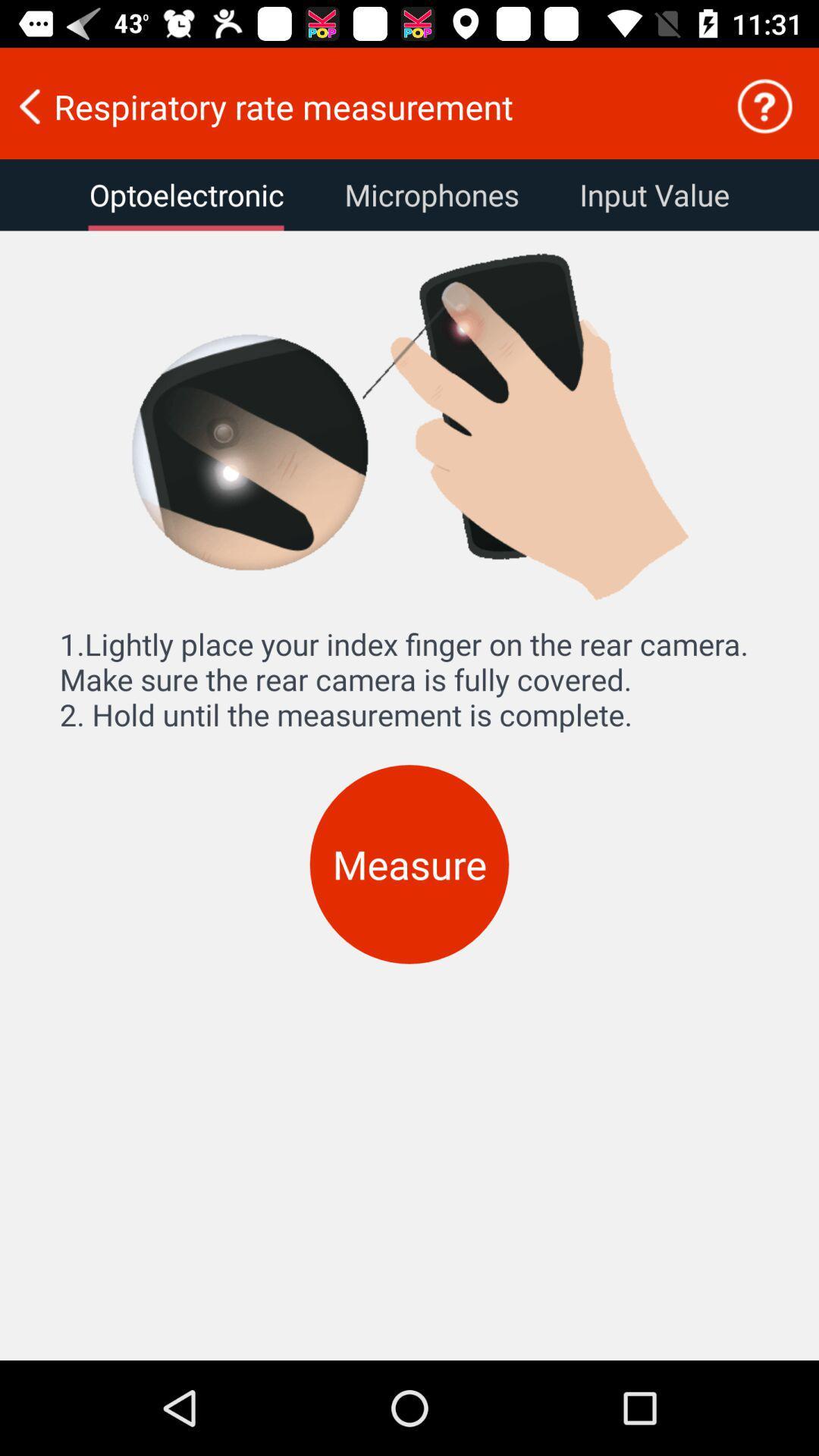 Image resolution: width=819 pixels, height=1456 pixels. I want to click on input value item, so click(654, 194).